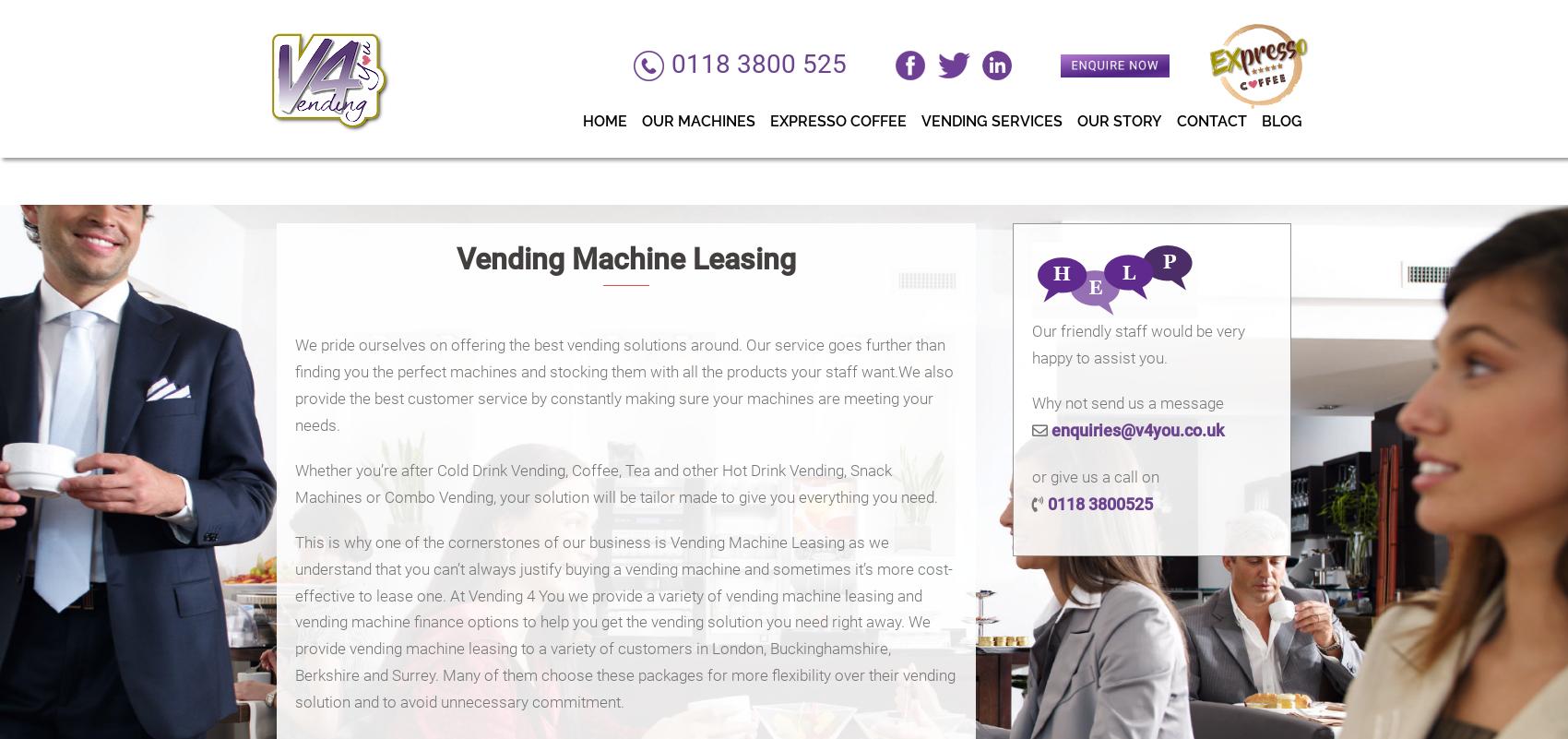  What do you see at coordinates (778, 67) in the screenshot?
I see `'0118 3800 525'` at bounding box center [778, 67].